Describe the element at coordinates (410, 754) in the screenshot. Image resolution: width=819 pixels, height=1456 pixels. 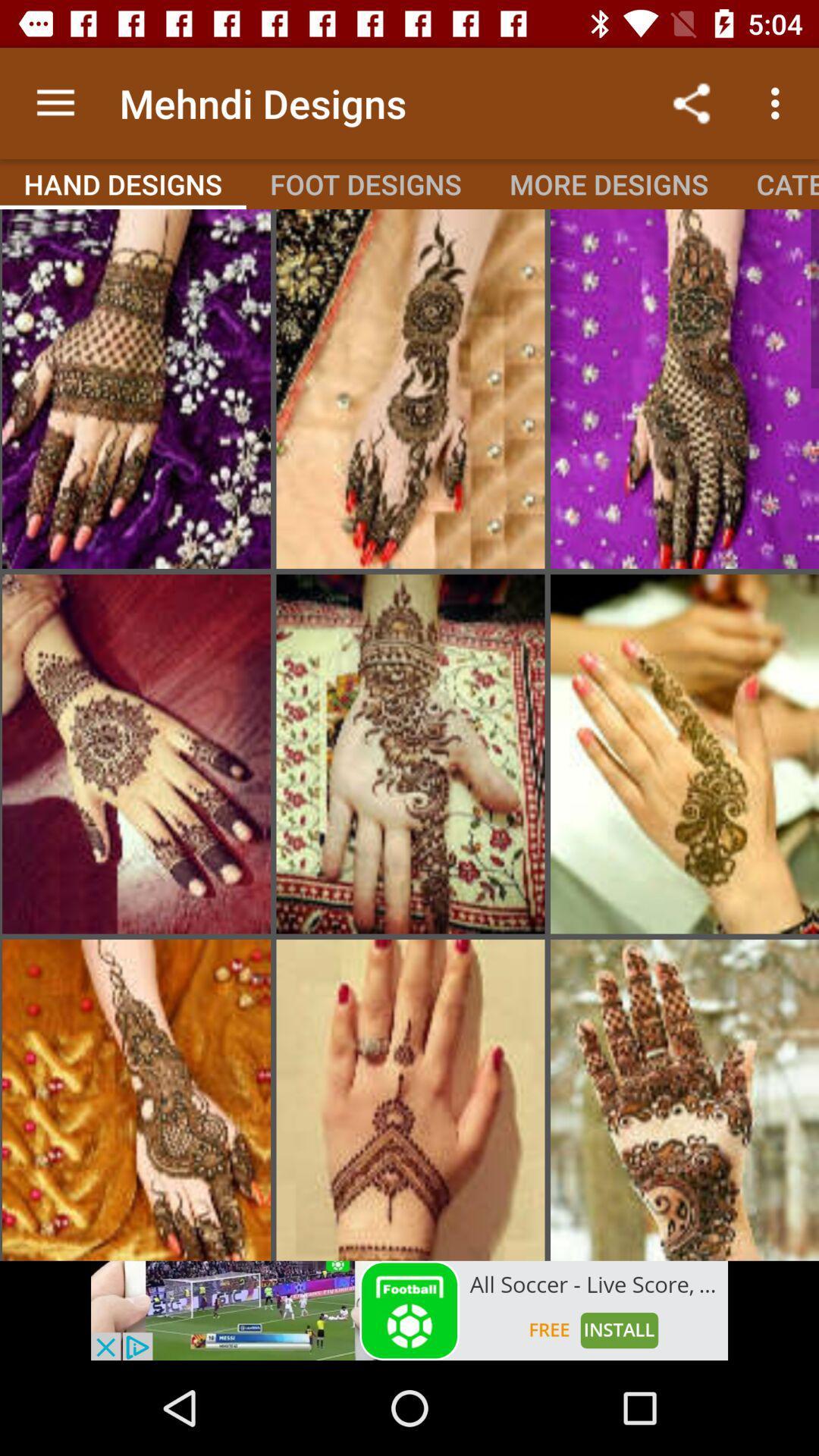
I see `pictures` at that location.